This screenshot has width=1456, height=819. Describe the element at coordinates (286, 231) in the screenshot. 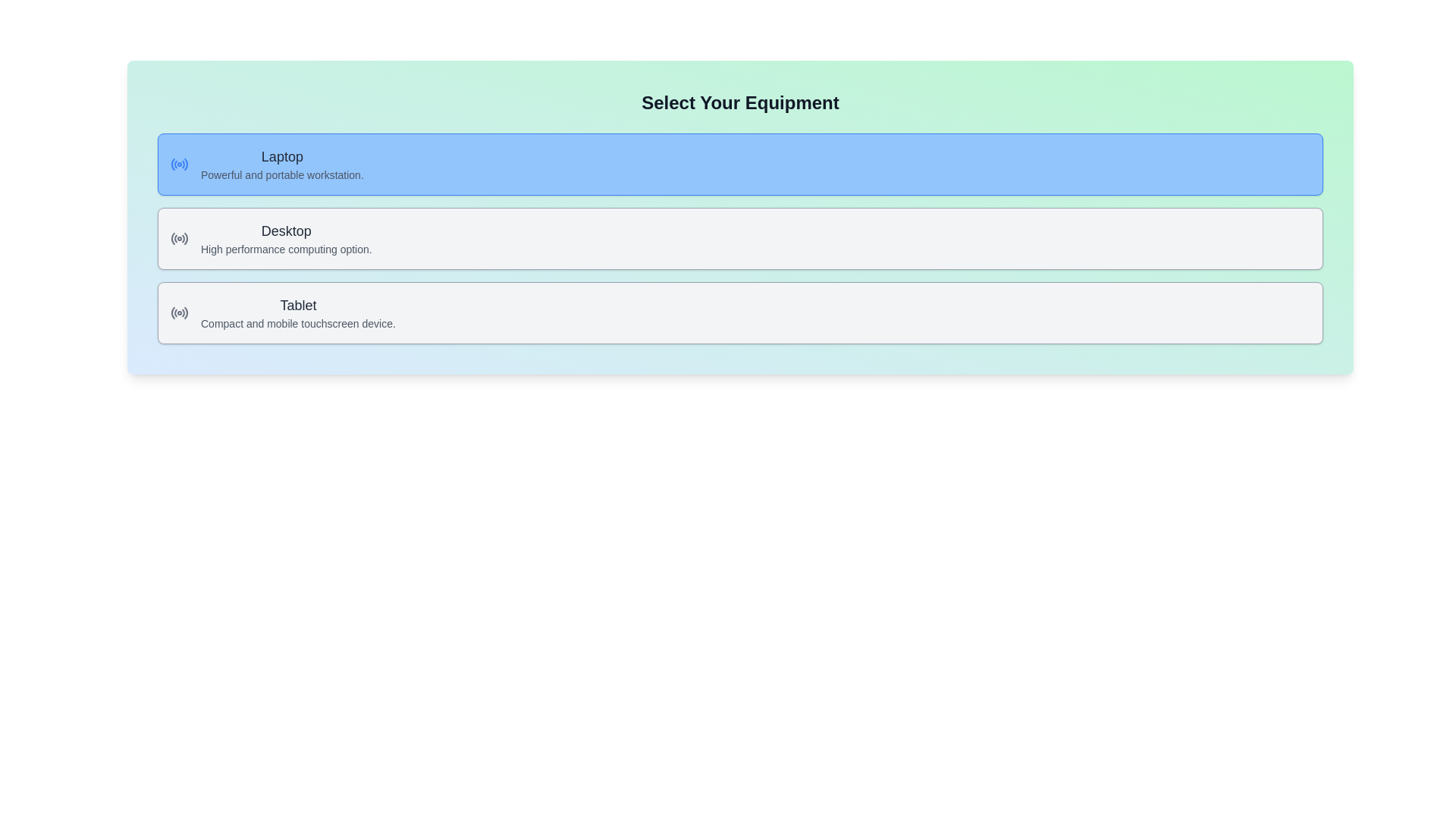

I see `label of the Text label that identifies the associated selection option located between 'Laptop' and 'Tablet' in the middle section of the selection list` at that location.